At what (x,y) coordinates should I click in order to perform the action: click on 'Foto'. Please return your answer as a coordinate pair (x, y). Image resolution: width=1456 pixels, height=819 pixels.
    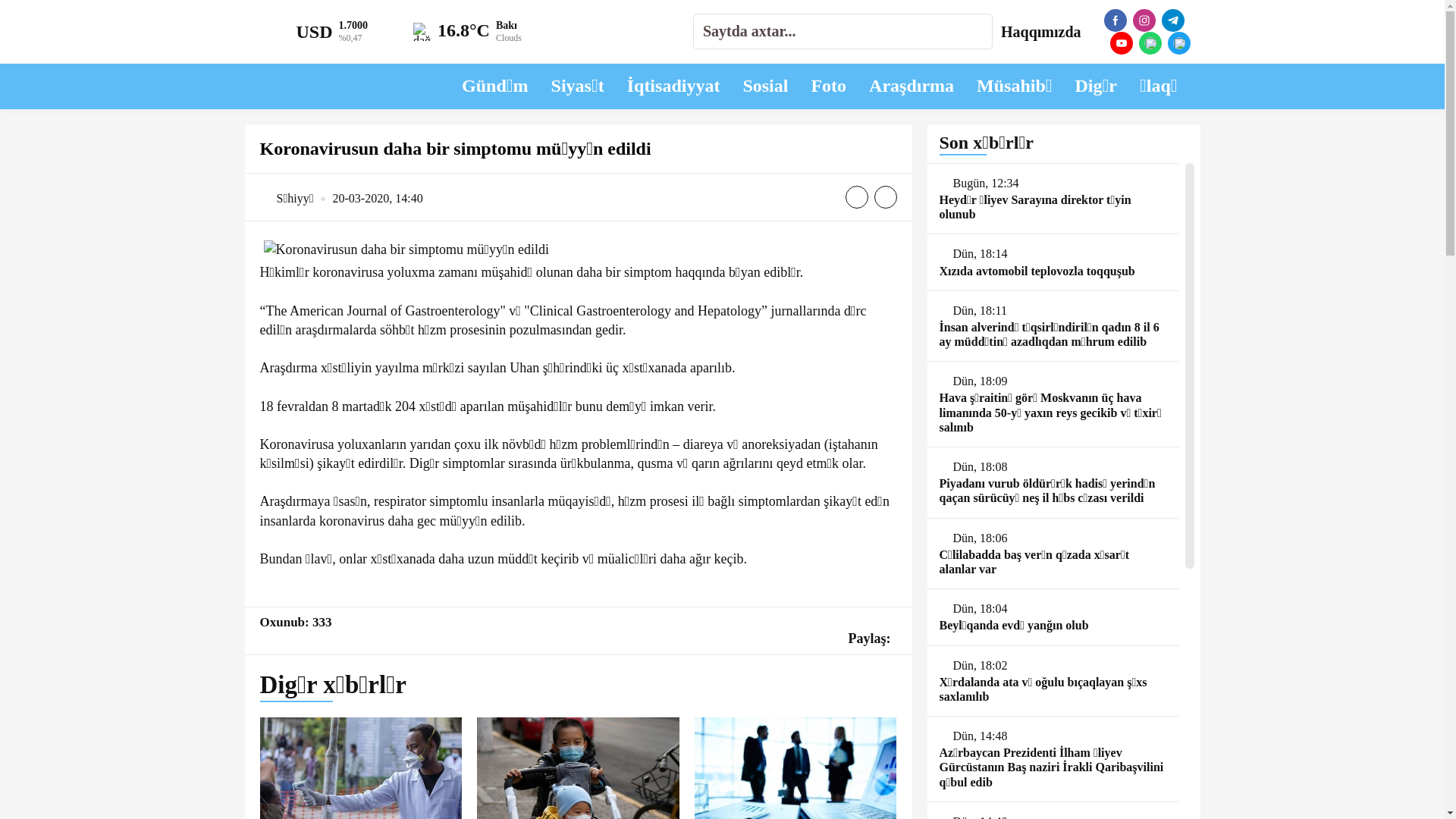
    Looking at the image, I should click on (827, 86).